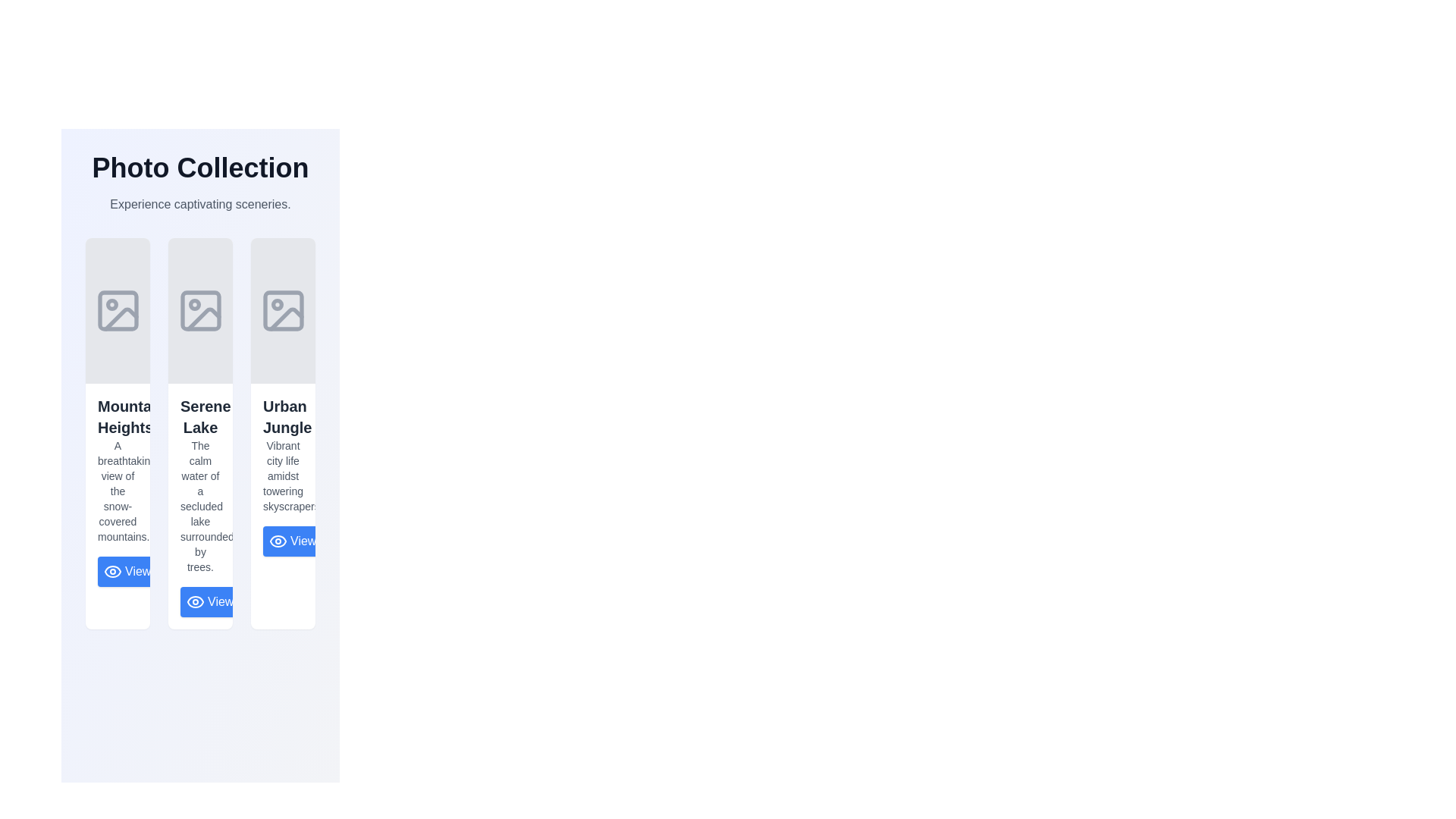 Image resolution: width=1456 pixels, height=819 pixels. Describe the element at coordinates (117, 491) in the screenshot. I see `the multi-line text block displaying 'A breathtaking view of the snow-covered mountains.' located beneath the title in the 'Mountain Heights' card` at that location.